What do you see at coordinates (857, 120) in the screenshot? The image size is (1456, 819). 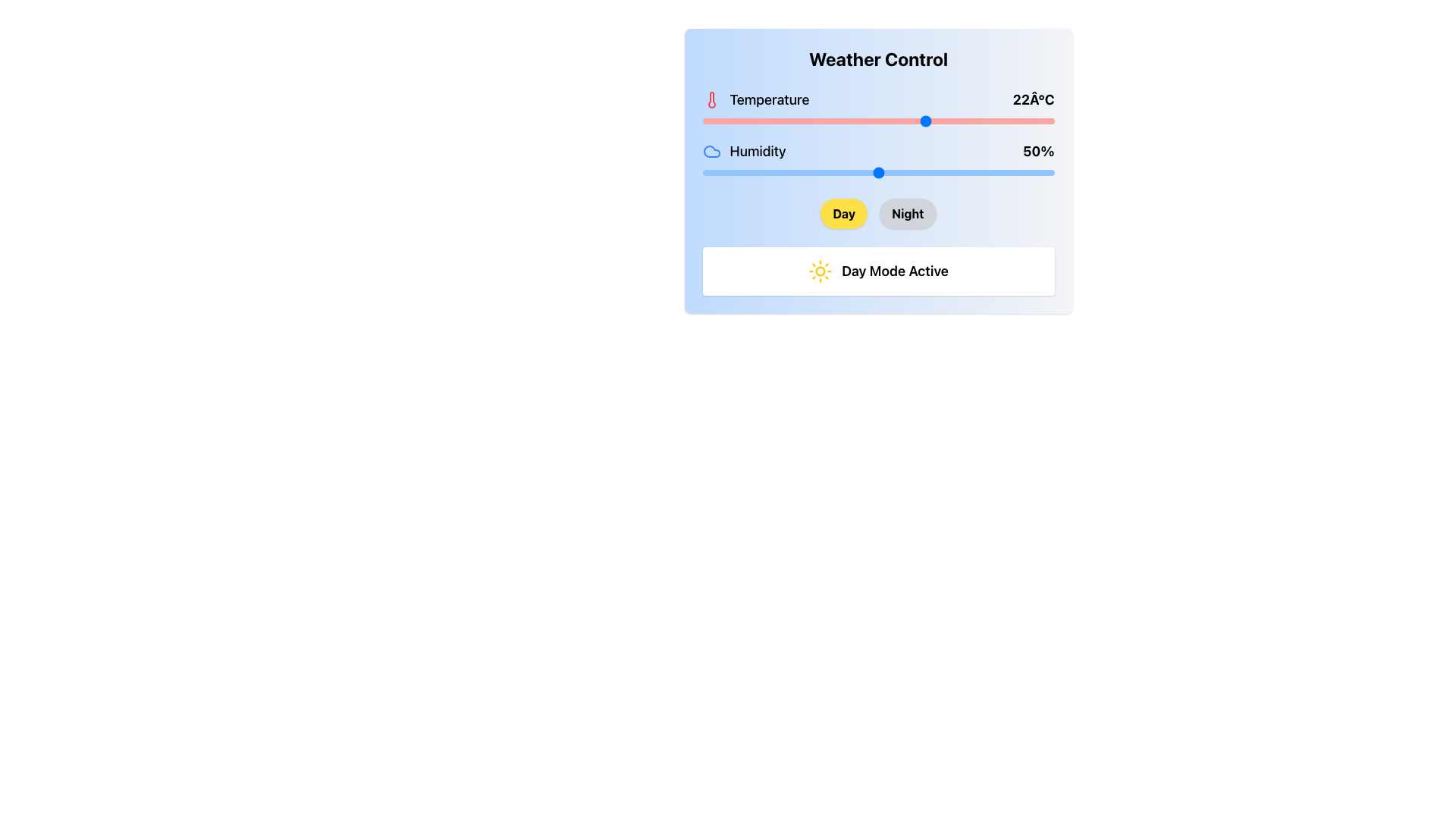 I see `the temperature` at bounding box center [857, 120].